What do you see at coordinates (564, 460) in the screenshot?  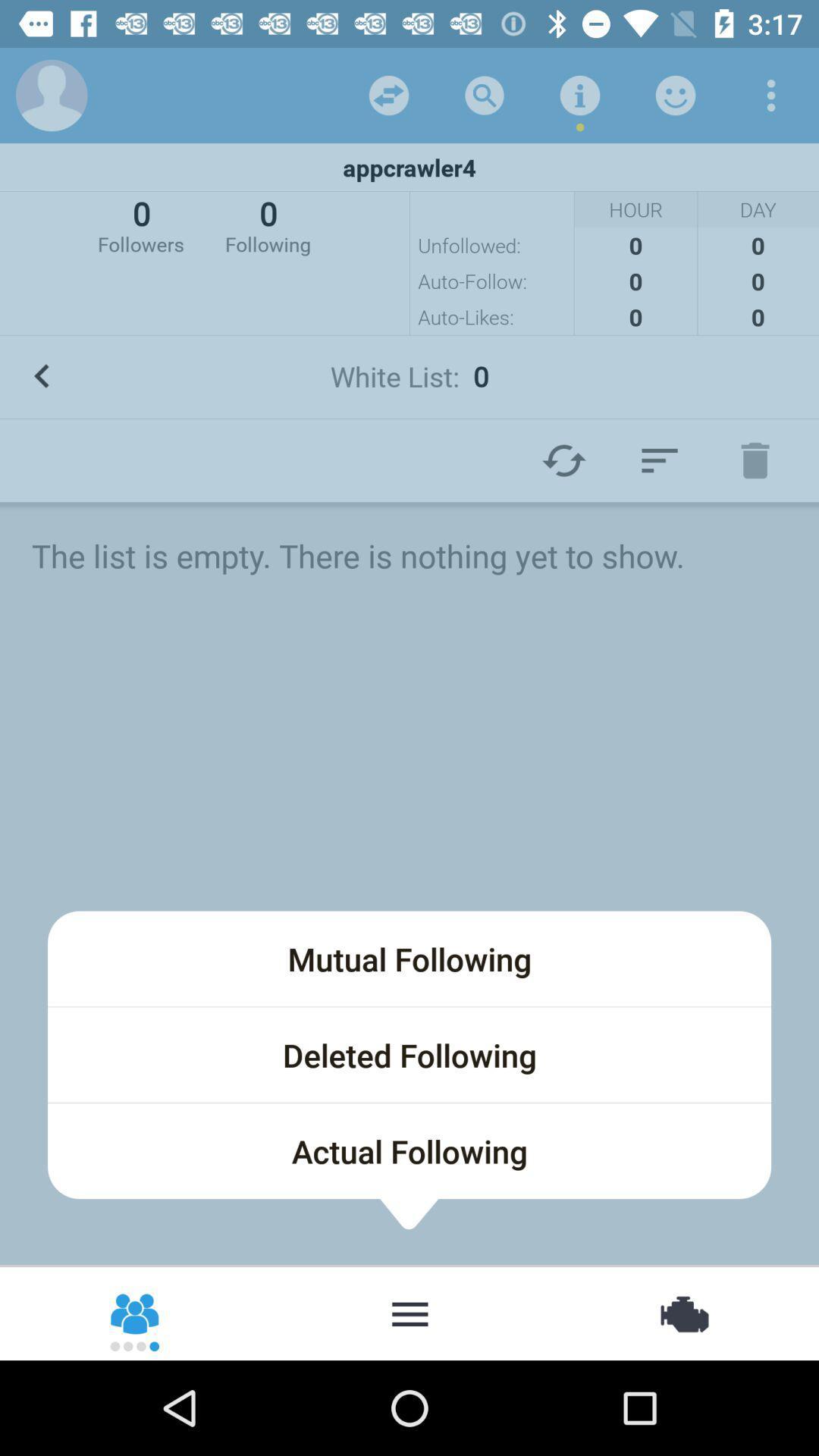 I see `the refresh icon` at bounding box center [564, 460].